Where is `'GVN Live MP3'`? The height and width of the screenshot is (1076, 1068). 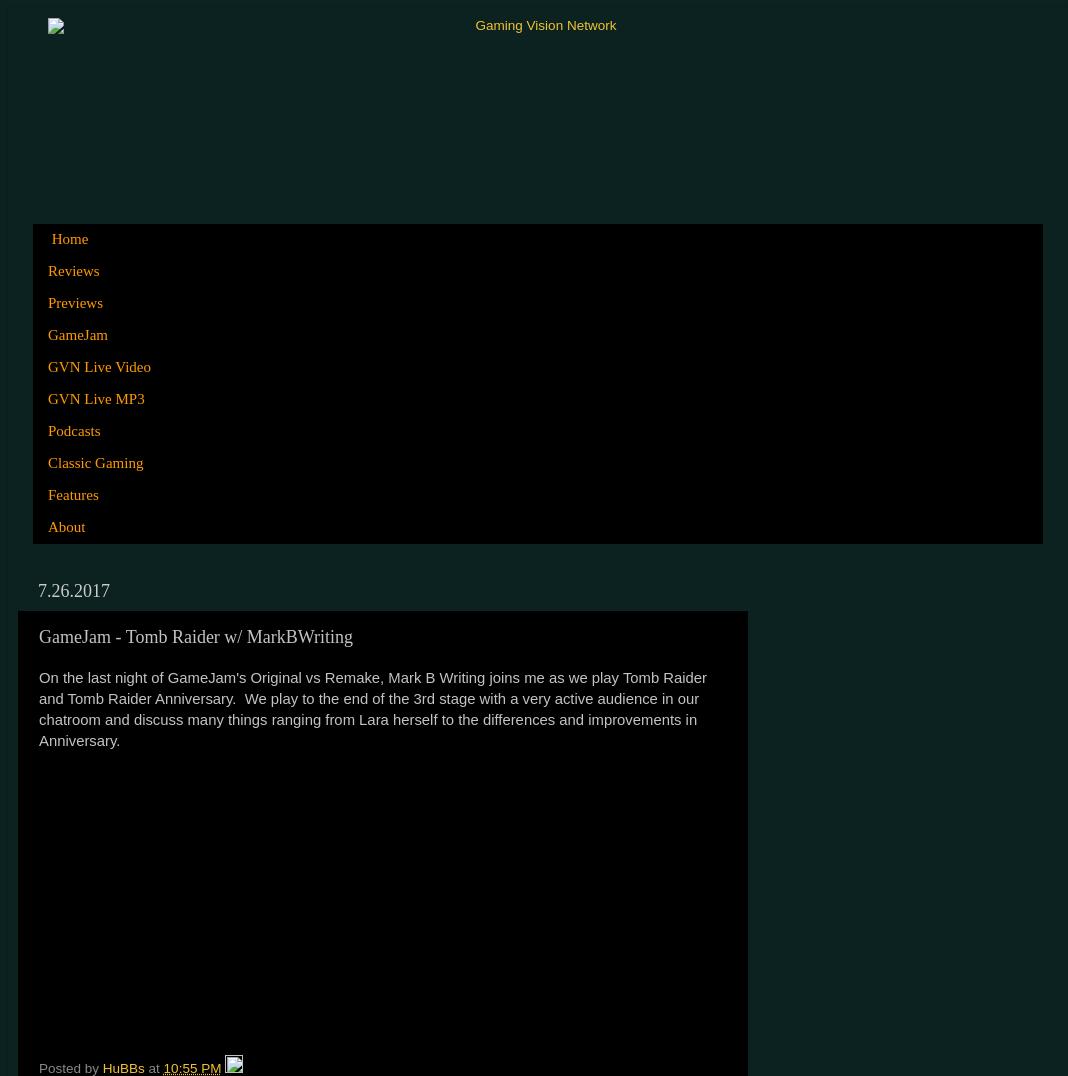
'GVN Live MP3' is located at coordinates (95, 397).